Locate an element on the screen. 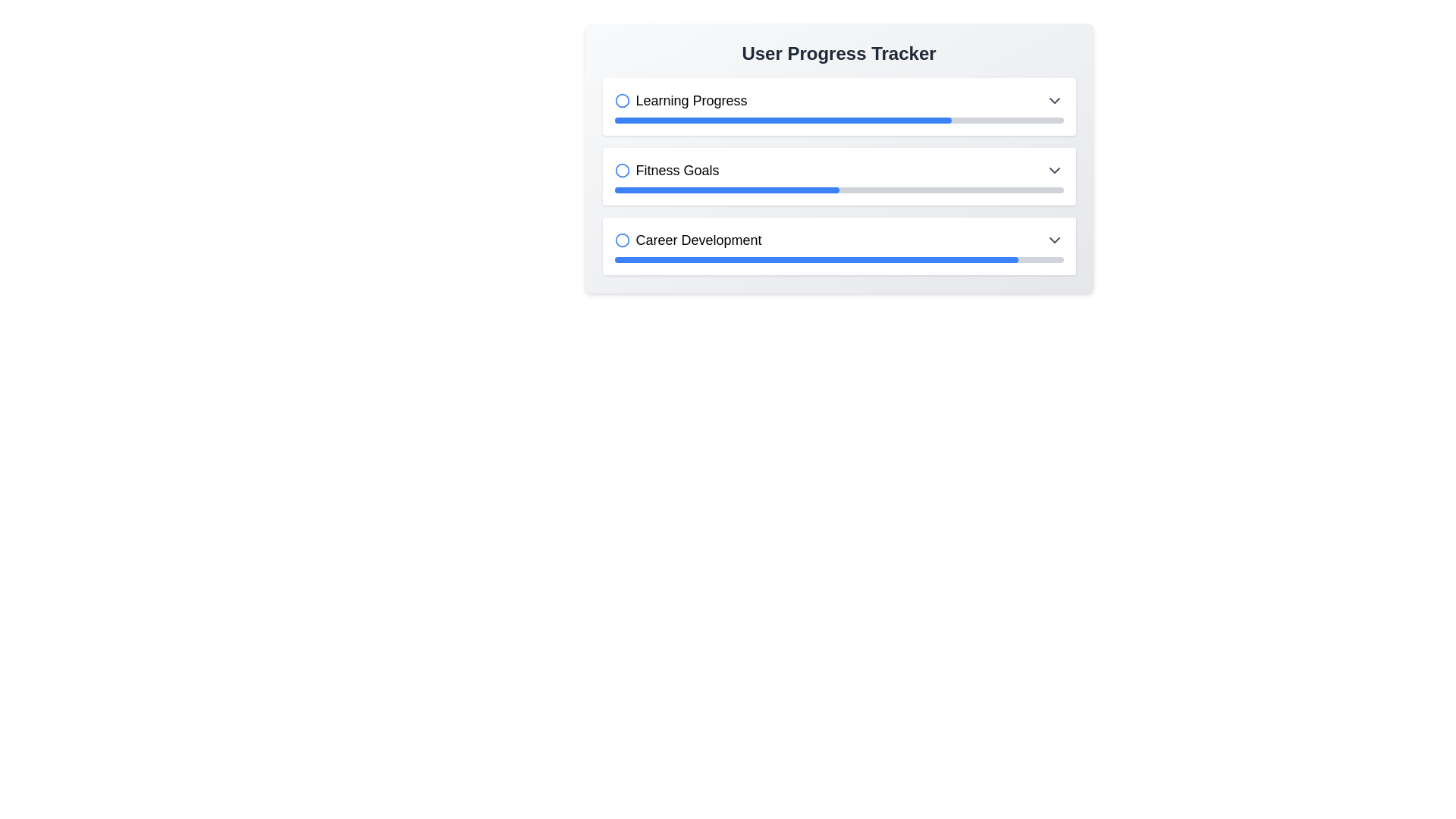  the blue progress bar representing the current progress in the 'Learning Progress' section, located at the top of the progress tracking interface is located at coordinates (783, 119).